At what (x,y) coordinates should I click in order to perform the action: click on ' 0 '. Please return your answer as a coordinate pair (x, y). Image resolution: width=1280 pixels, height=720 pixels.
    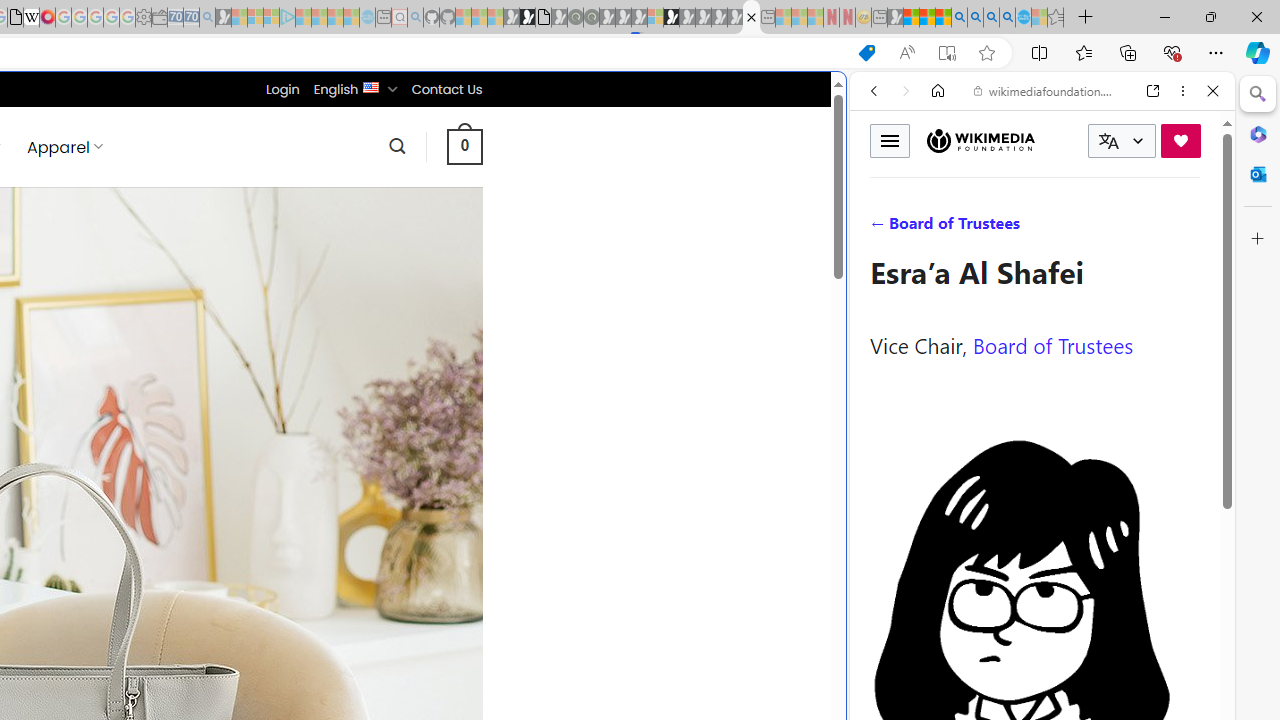
    Looking at the image, I should click on (463, 145).